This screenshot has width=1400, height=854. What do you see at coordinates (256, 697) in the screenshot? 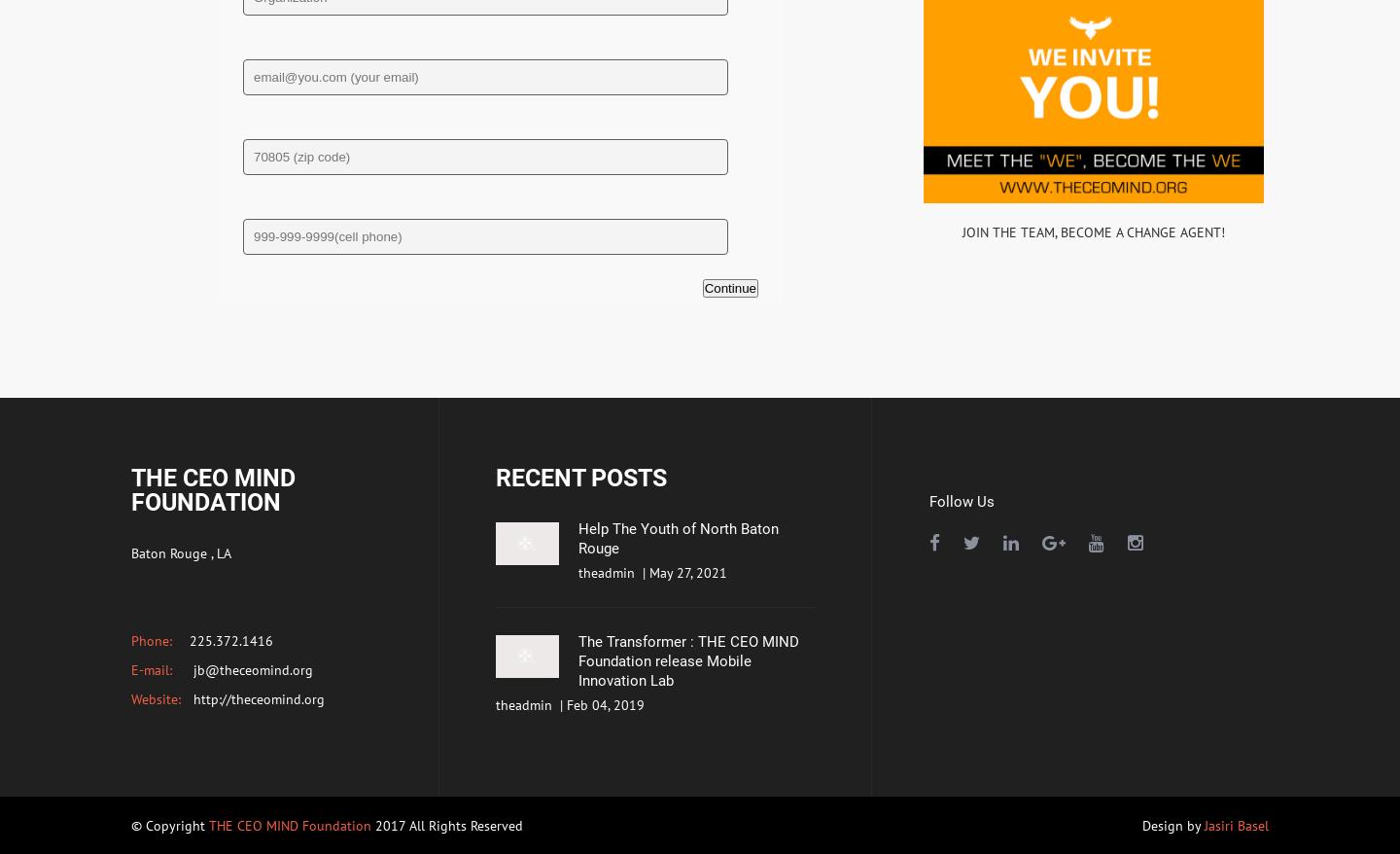
I see `'http://theceomind.org'` at bounding box center [256, 697].